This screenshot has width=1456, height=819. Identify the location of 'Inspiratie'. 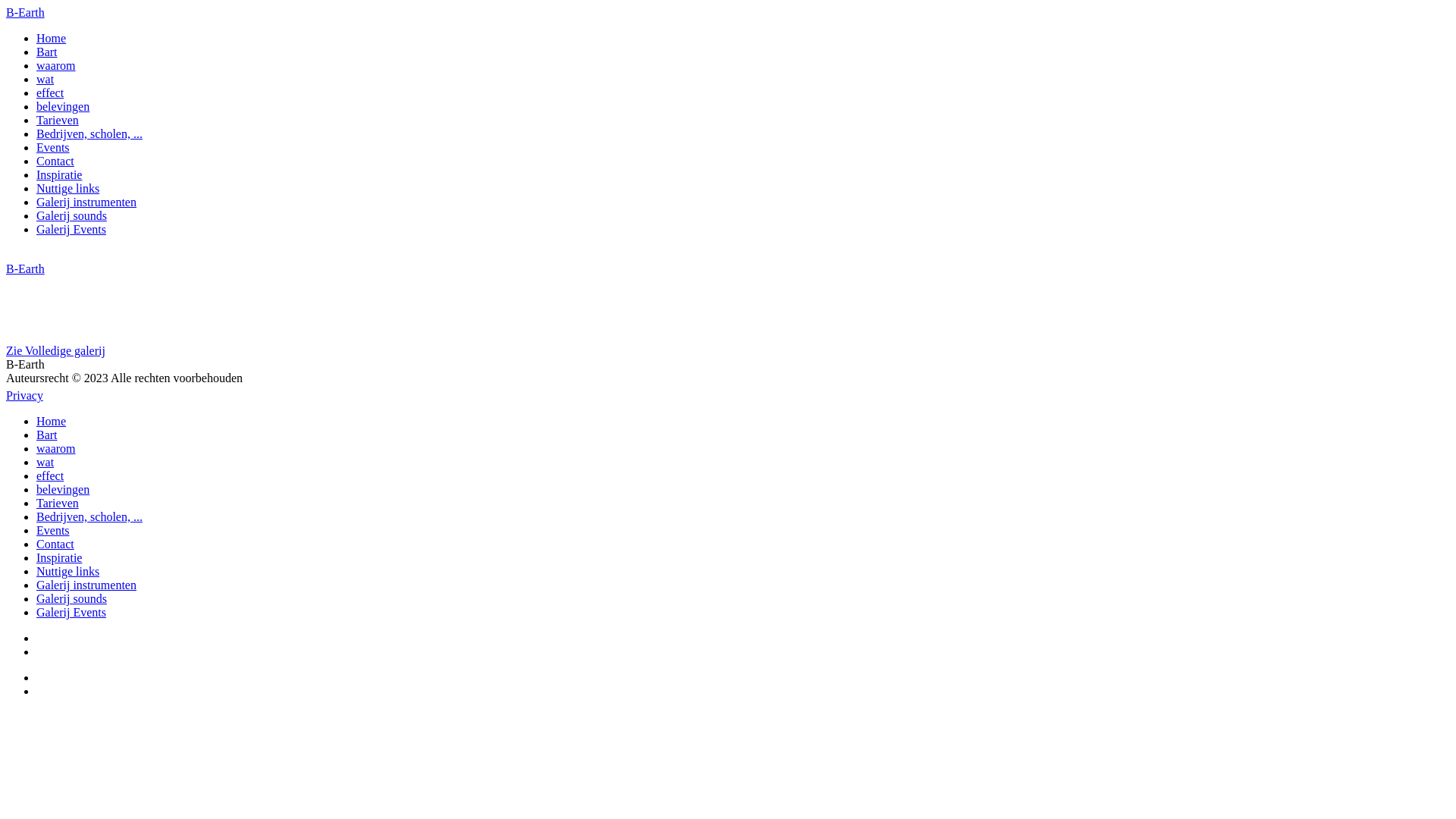
(58, 557).